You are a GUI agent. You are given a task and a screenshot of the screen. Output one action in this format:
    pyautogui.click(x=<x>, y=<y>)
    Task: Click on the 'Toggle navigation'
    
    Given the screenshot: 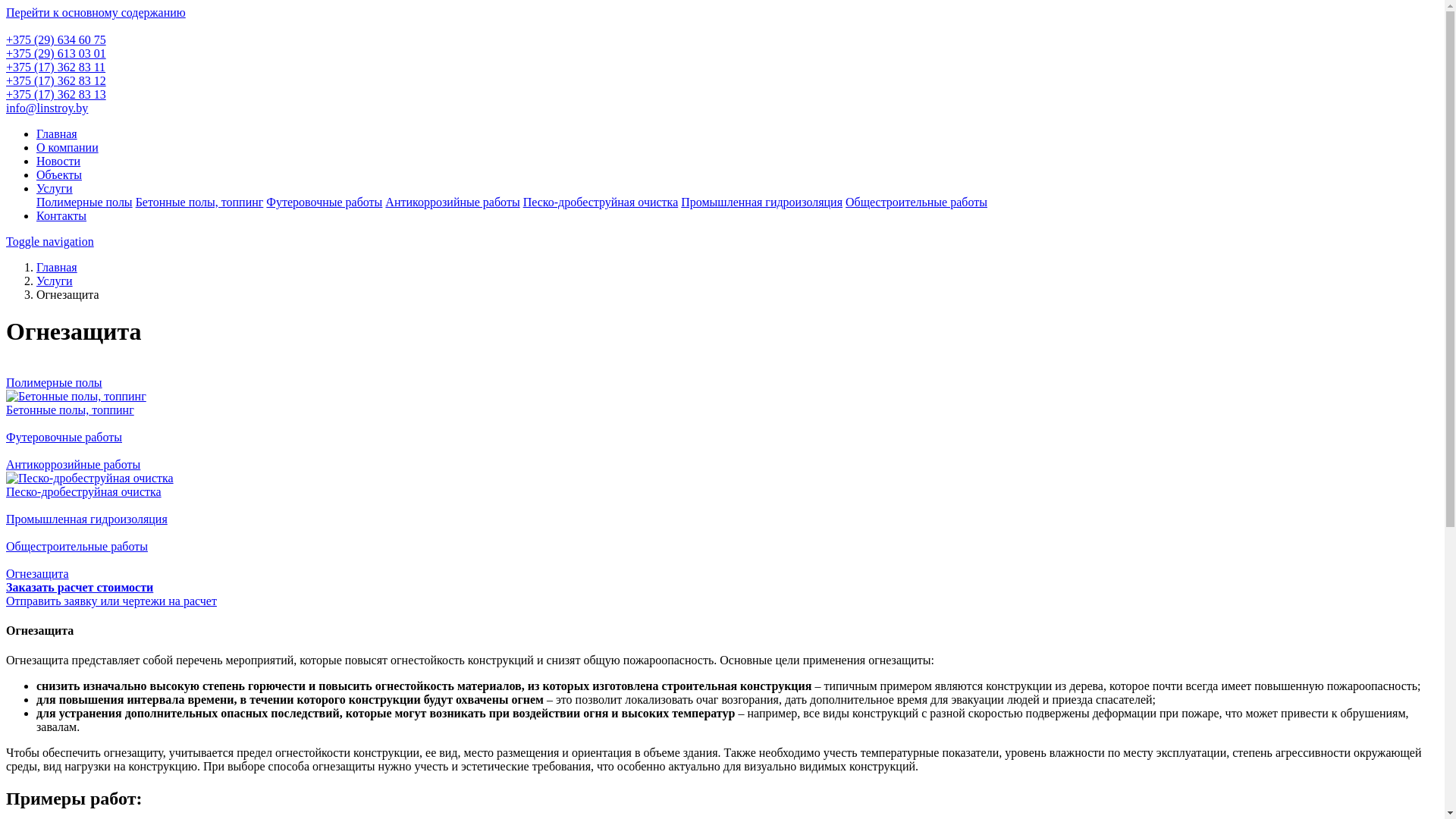 What is the action you would take?
    pyautogui.click(x=50, y=240)
    